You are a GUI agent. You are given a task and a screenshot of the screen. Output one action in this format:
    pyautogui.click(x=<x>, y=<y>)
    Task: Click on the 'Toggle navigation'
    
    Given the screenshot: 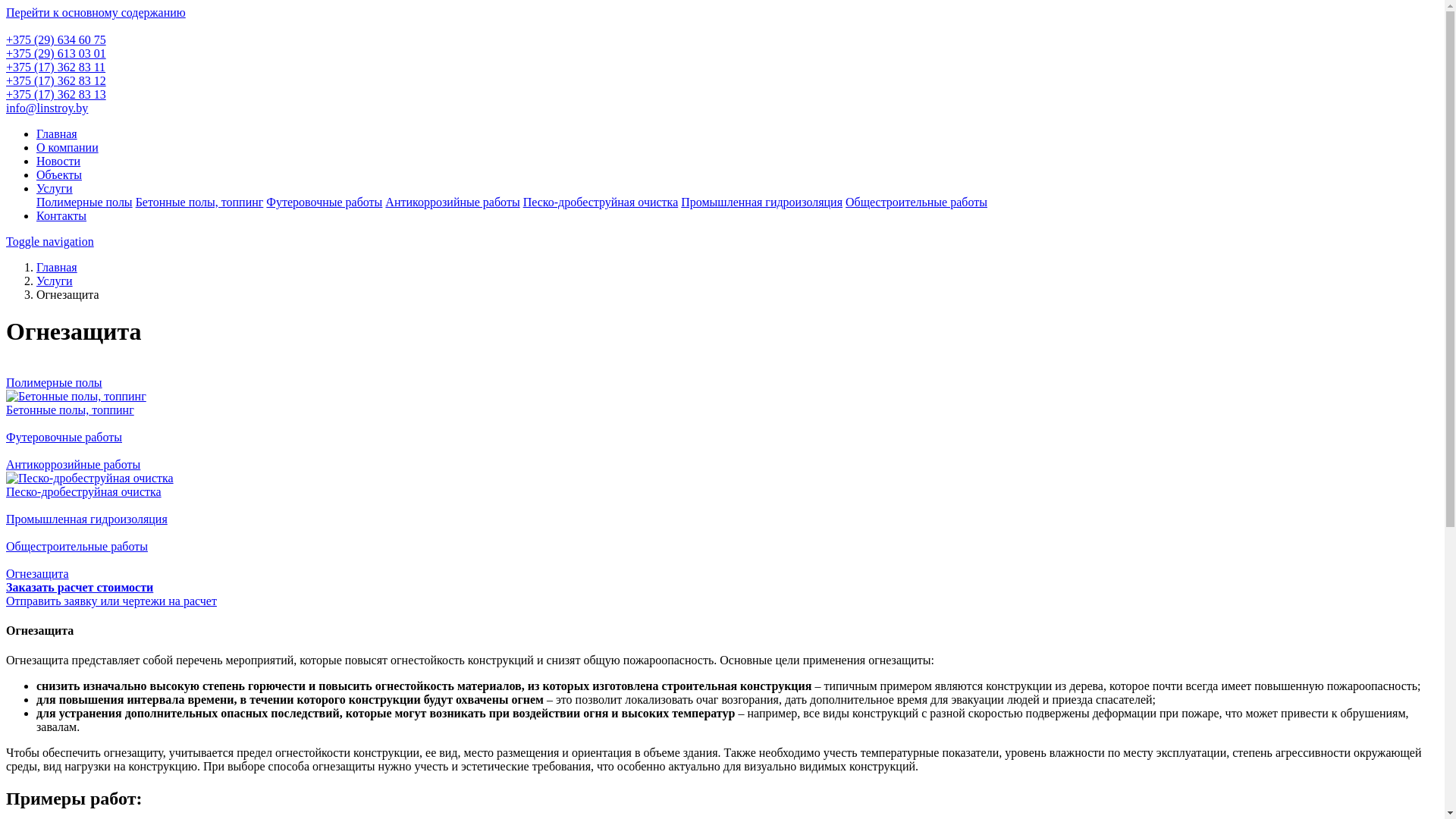 What is the action you would take?
    pyautogui.click(x=50, y=240)
    